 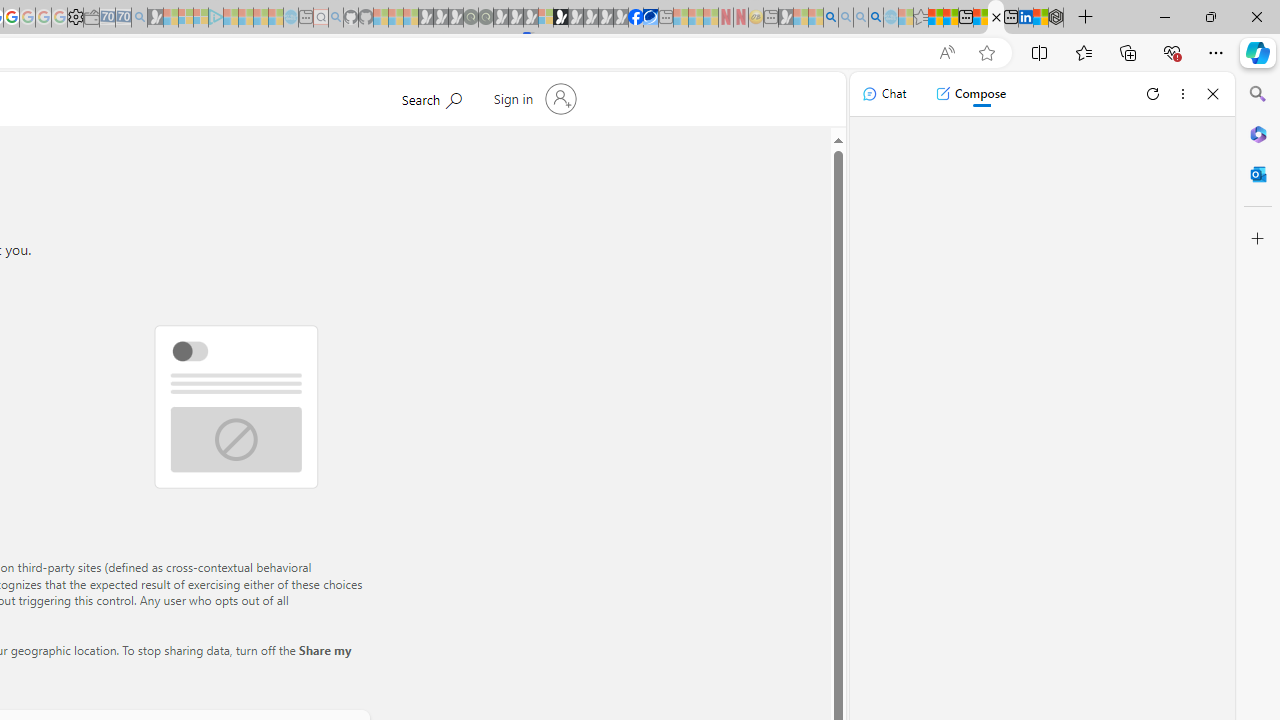 What do you see at coordinates (430, 97) in the screenshot?
I see `'Search Microsoft.com'` at bounding box center [430, 97].